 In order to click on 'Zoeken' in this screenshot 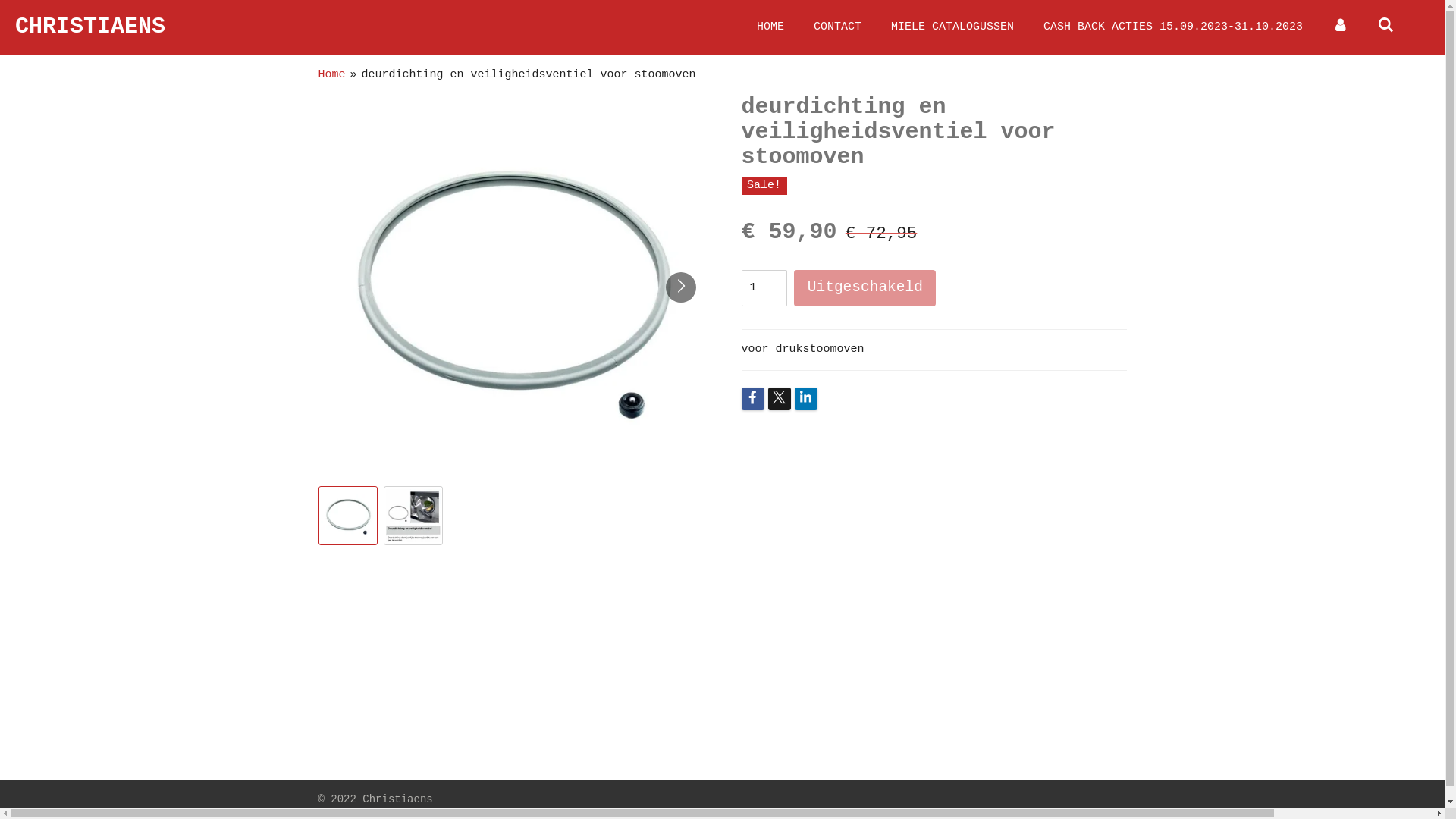, I will do `click(1385, 27)`.